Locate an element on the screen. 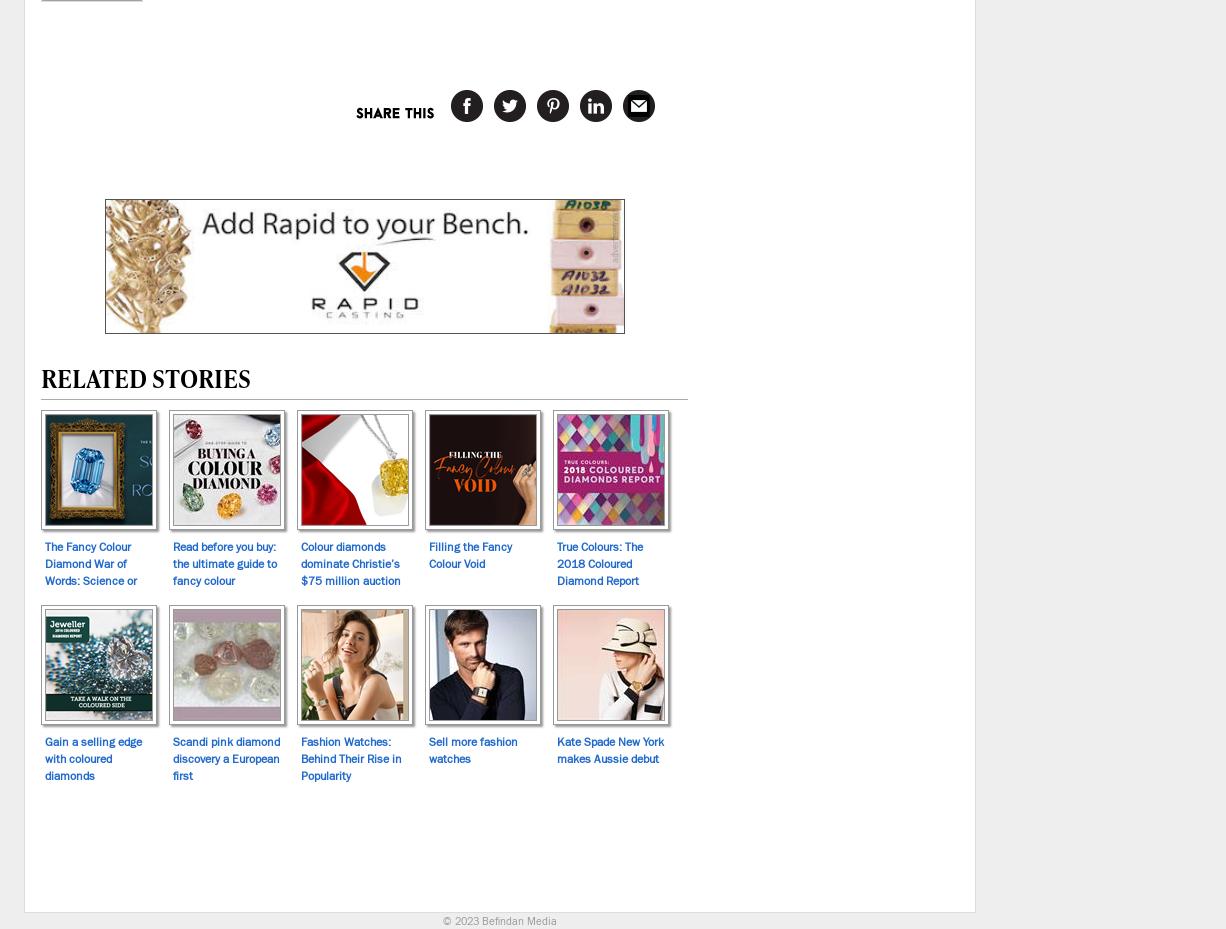 This screenshot has height=929, width=1226. 'Kate Spade New York makes Aussie debut' is located at coordinates (609, 748).